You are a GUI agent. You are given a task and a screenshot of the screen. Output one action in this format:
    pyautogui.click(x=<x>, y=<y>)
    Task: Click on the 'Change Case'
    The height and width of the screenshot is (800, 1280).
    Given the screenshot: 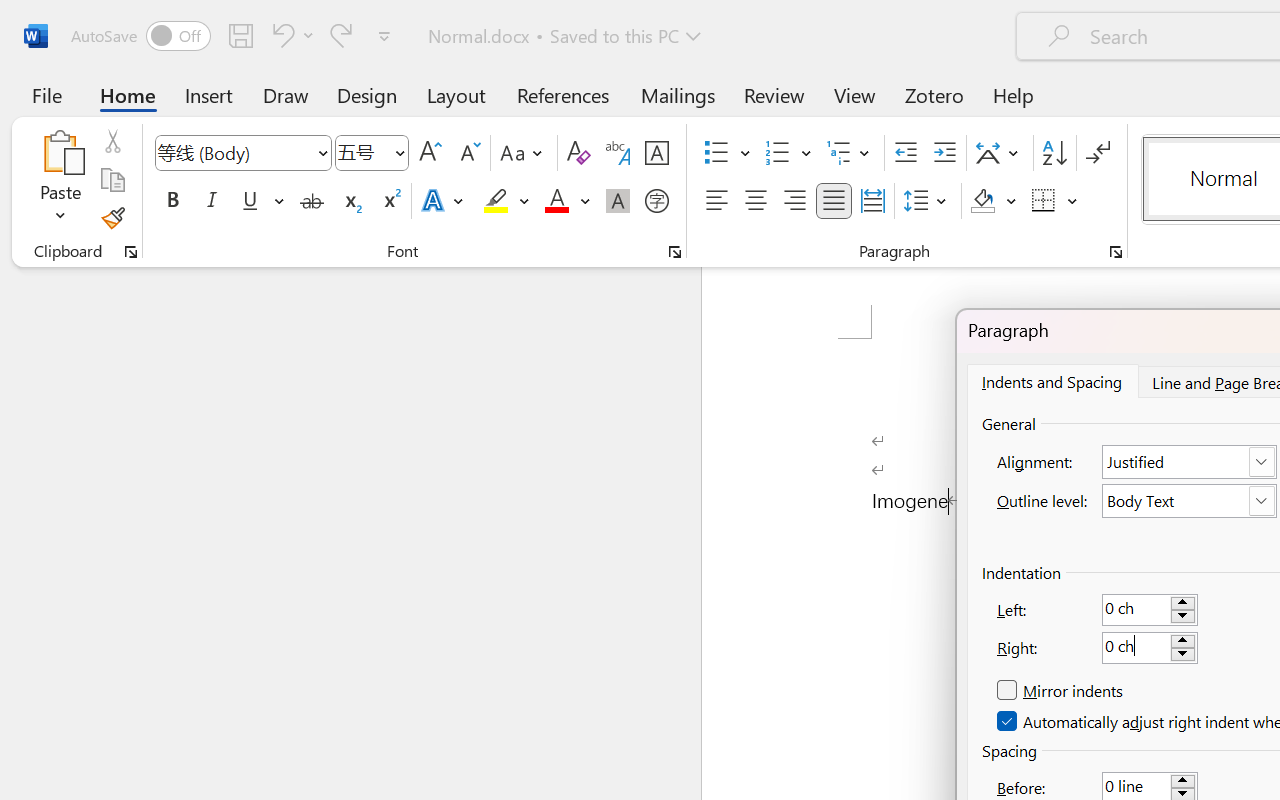 What is the action you would take?
    pyautogui.click(x=524, y=153)
    